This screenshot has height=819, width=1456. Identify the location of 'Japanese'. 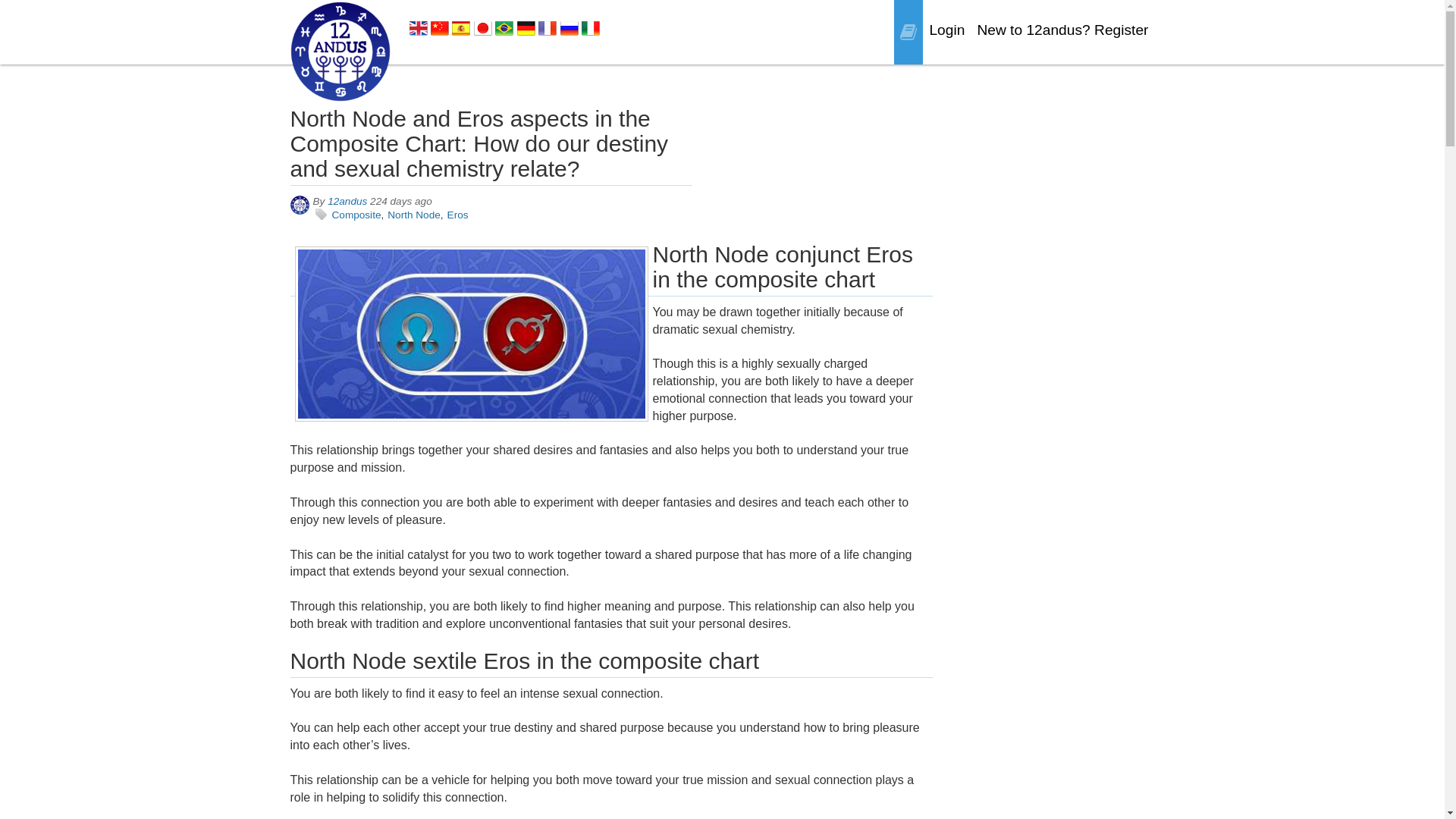
(482, 28).